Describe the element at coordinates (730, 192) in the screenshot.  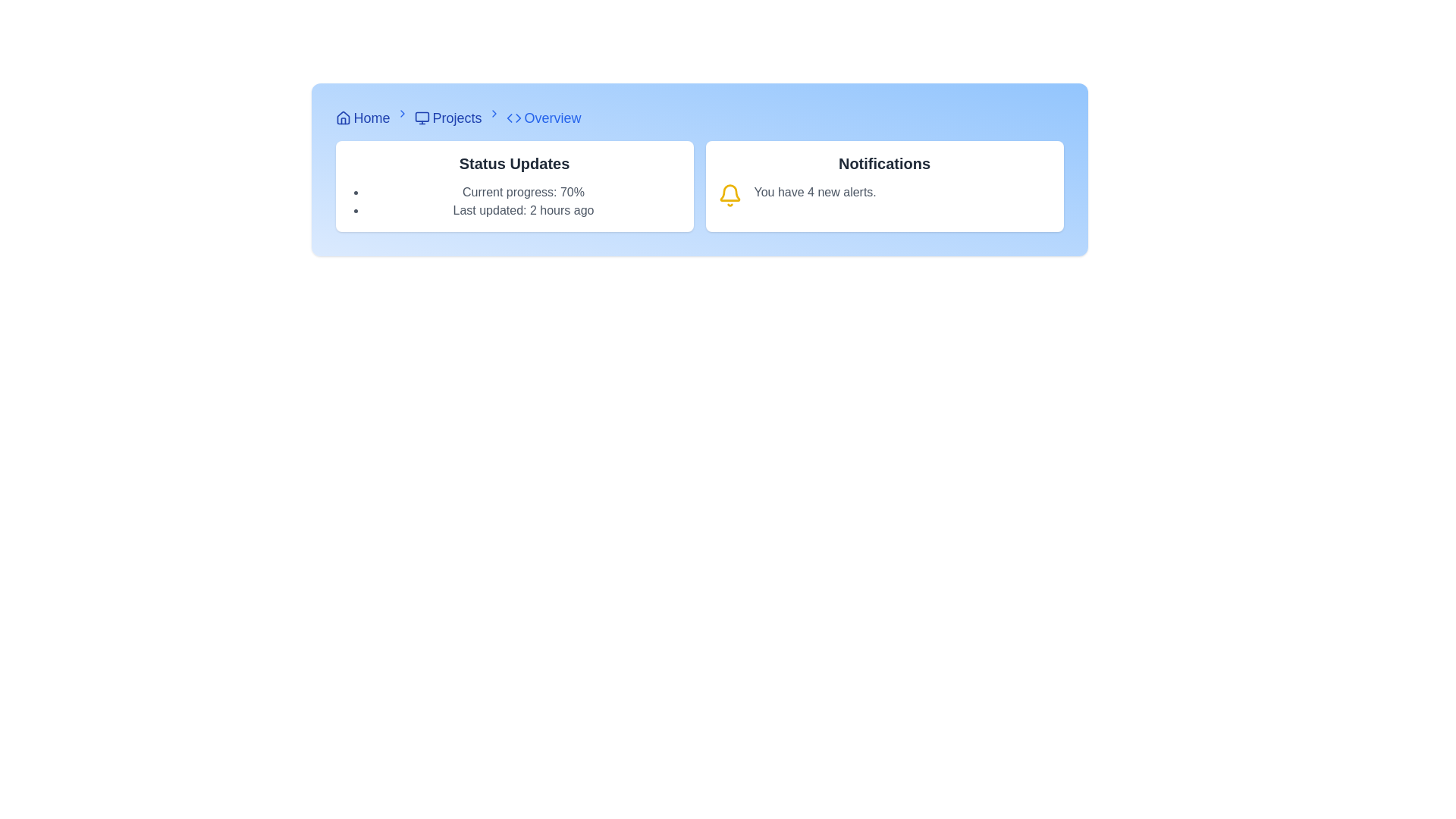
I see `the yellow bell-shaped notification icon located in the right-side column under the 'Notifications' section, which is visually associated with the accompanying text indicating the number of alerts` at that location.